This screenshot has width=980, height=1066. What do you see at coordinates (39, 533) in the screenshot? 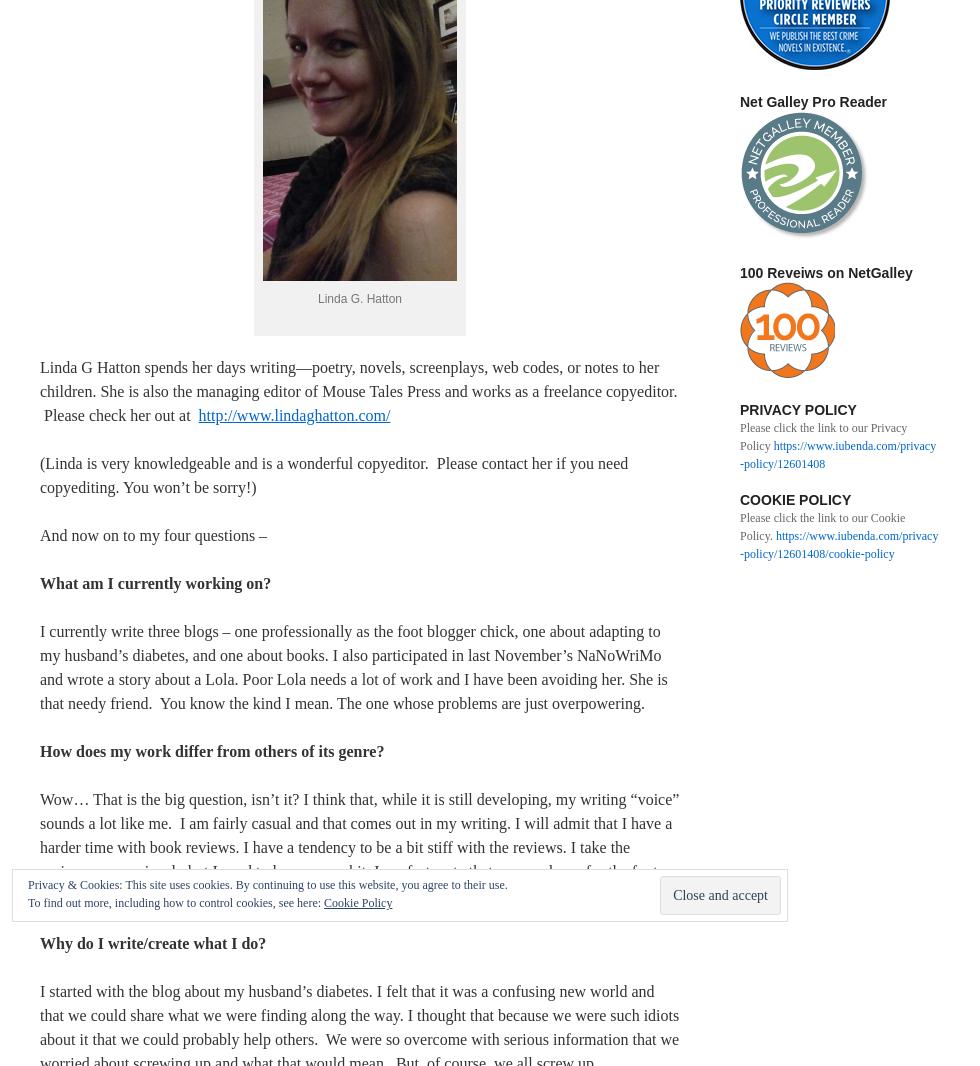
I see `'And now on to my four questions –'` at bounding box center [39, 533].